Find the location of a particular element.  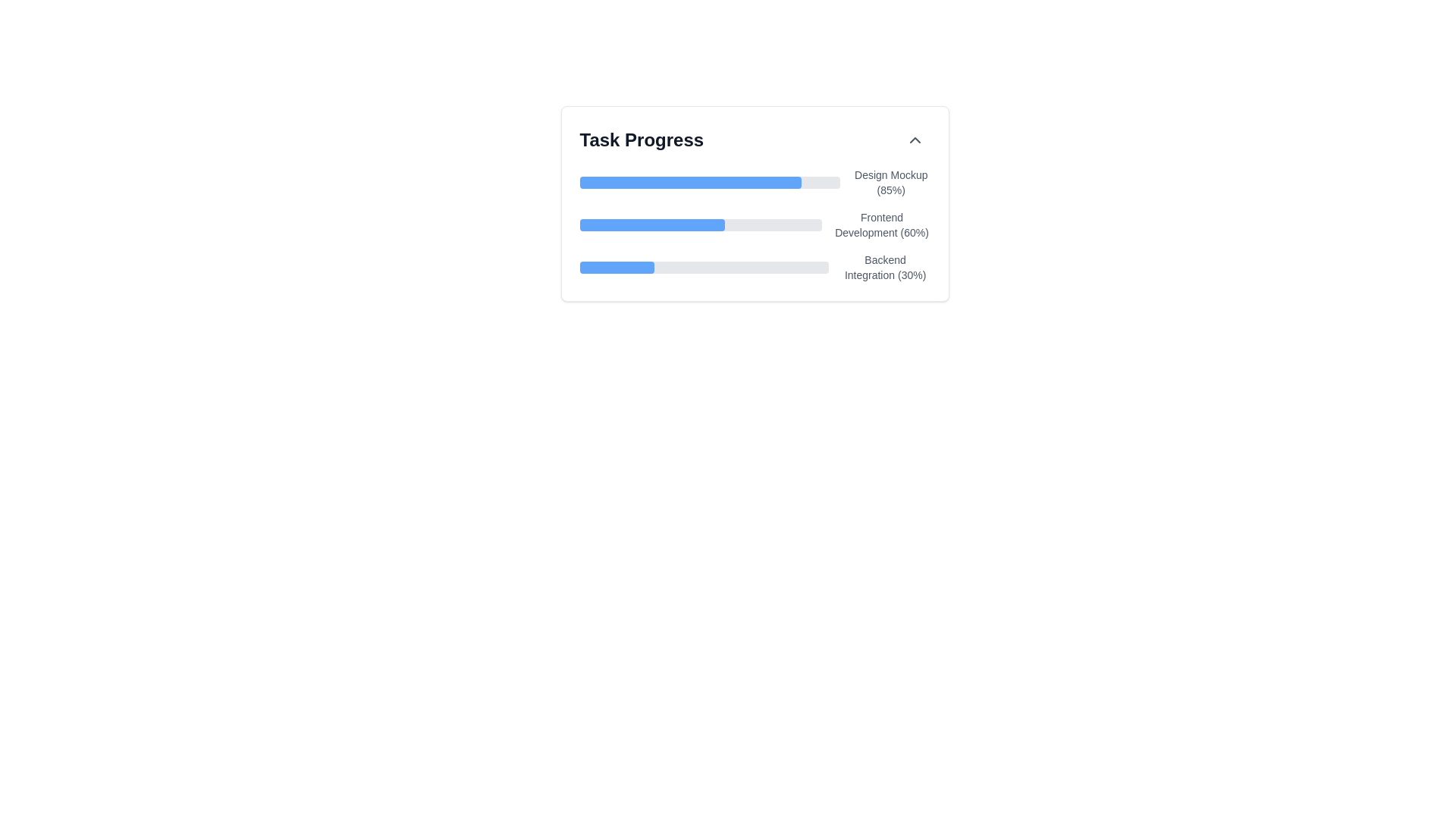

the progress bar representing 'Frontend Development (60%)', which is the second progress indicator in the list, located between 'Design Mockup (85%)' above and 'Backend Integration (30%)' below is located at coordinates (700, 225).